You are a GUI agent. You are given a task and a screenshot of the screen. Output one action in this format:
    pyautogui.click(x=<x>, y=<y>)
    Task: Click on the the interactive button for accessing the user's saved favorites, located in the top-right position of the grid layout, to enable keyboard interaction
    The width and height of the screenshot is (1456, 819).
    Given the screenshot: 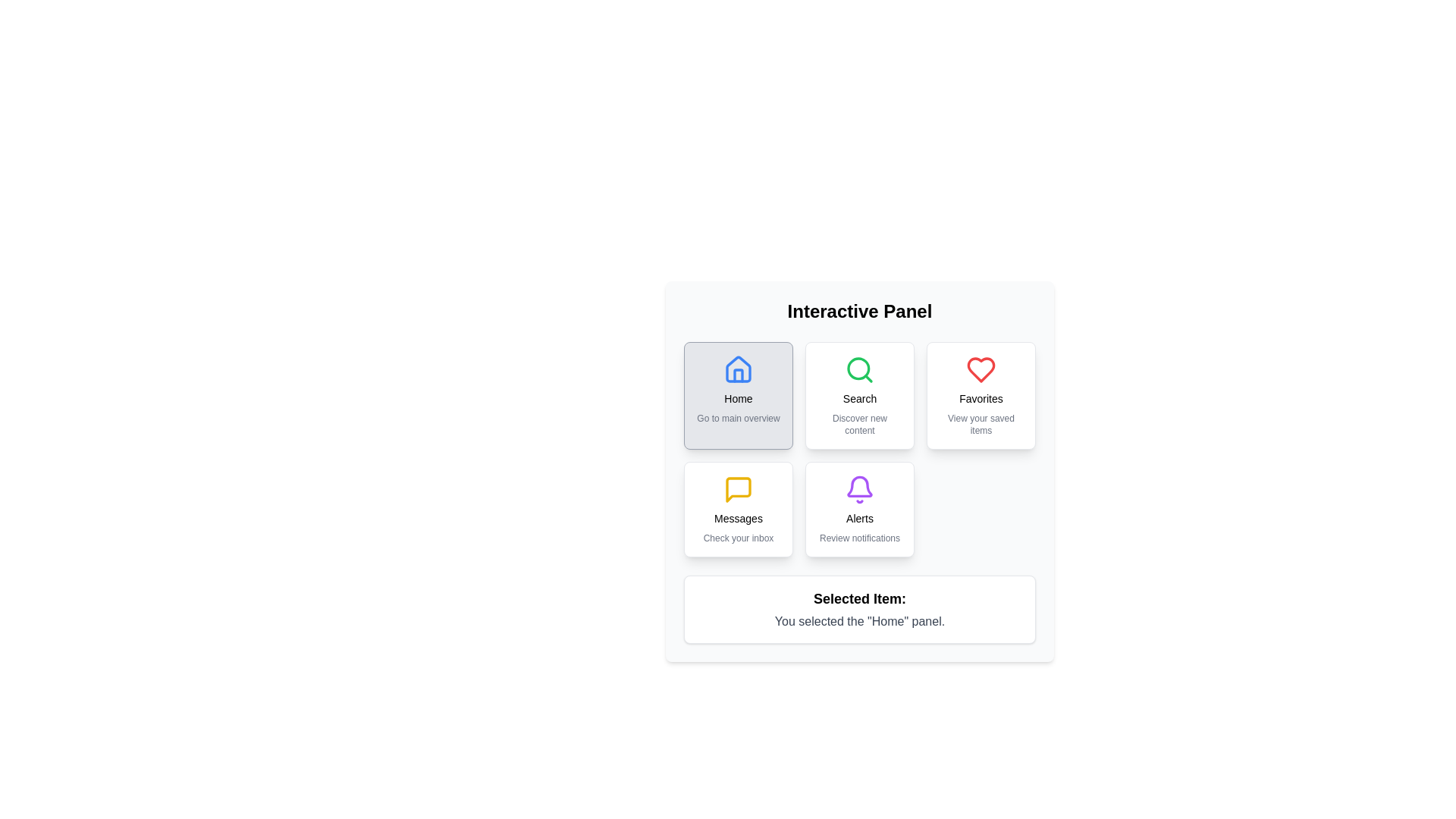 What is the action you would take?
    pyautogui.click(x=981, y=394)
    